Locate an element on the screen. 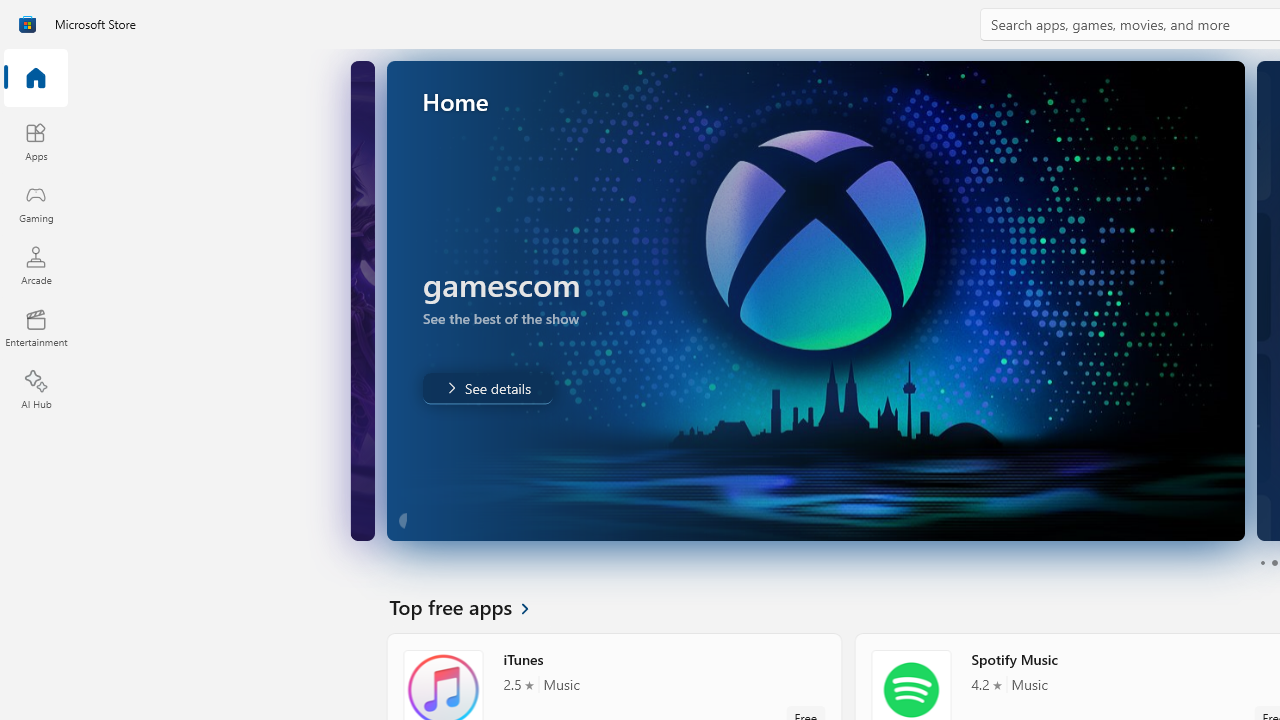 This screenshot has height=720, width=1280. 'Home' is located at coordinates (35, 78).